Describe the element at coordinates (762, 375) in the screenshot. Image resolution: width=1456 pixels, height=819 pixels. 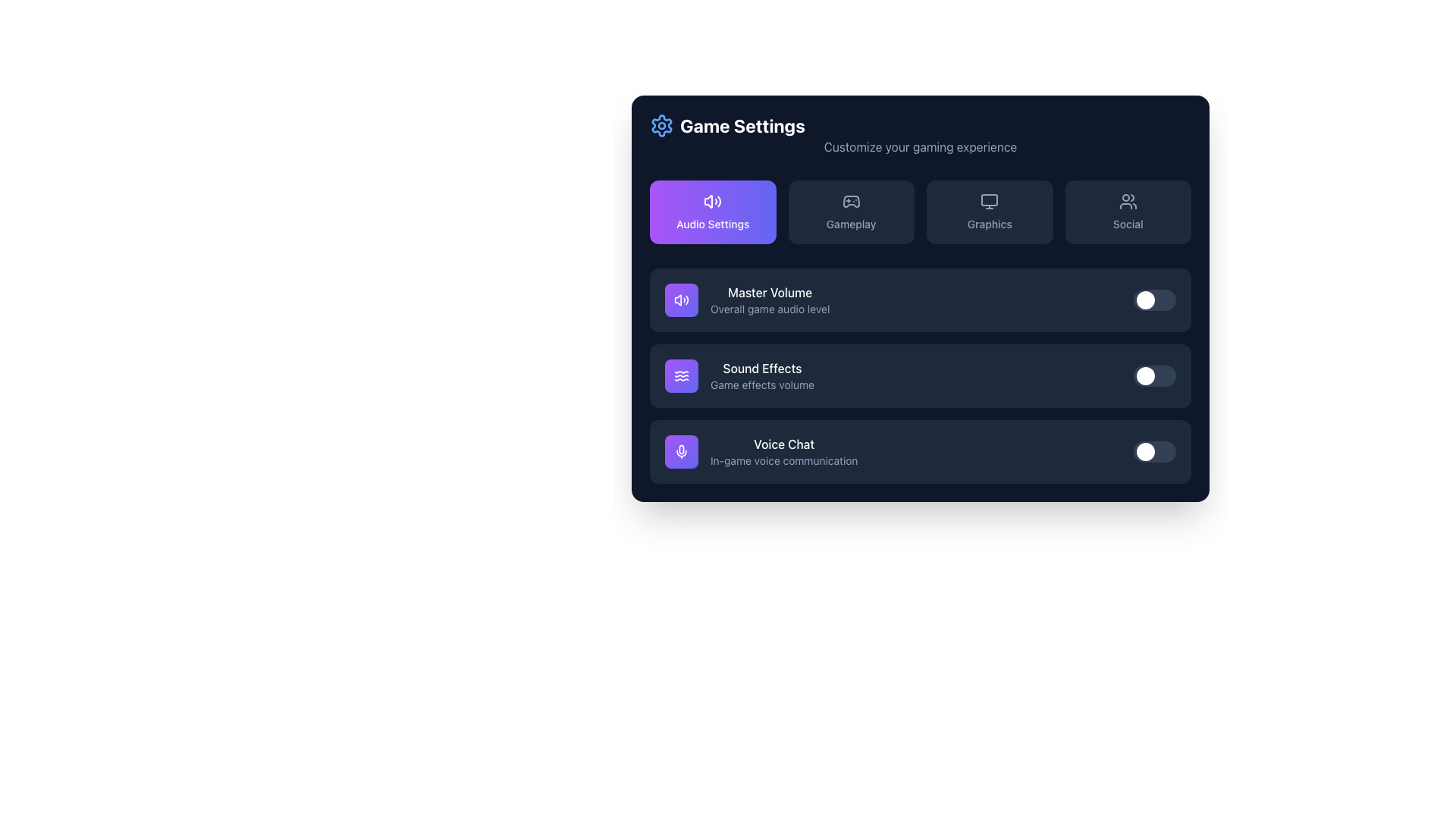
I see `the 'Sound Effects' text display element, which is a static label featuring the upper component labeled 'Sound Effects' in white font and the lower component 'Game effects volume' in slate-gray font, located centrally in a dark blue section below 'Master Volume'` at that location.